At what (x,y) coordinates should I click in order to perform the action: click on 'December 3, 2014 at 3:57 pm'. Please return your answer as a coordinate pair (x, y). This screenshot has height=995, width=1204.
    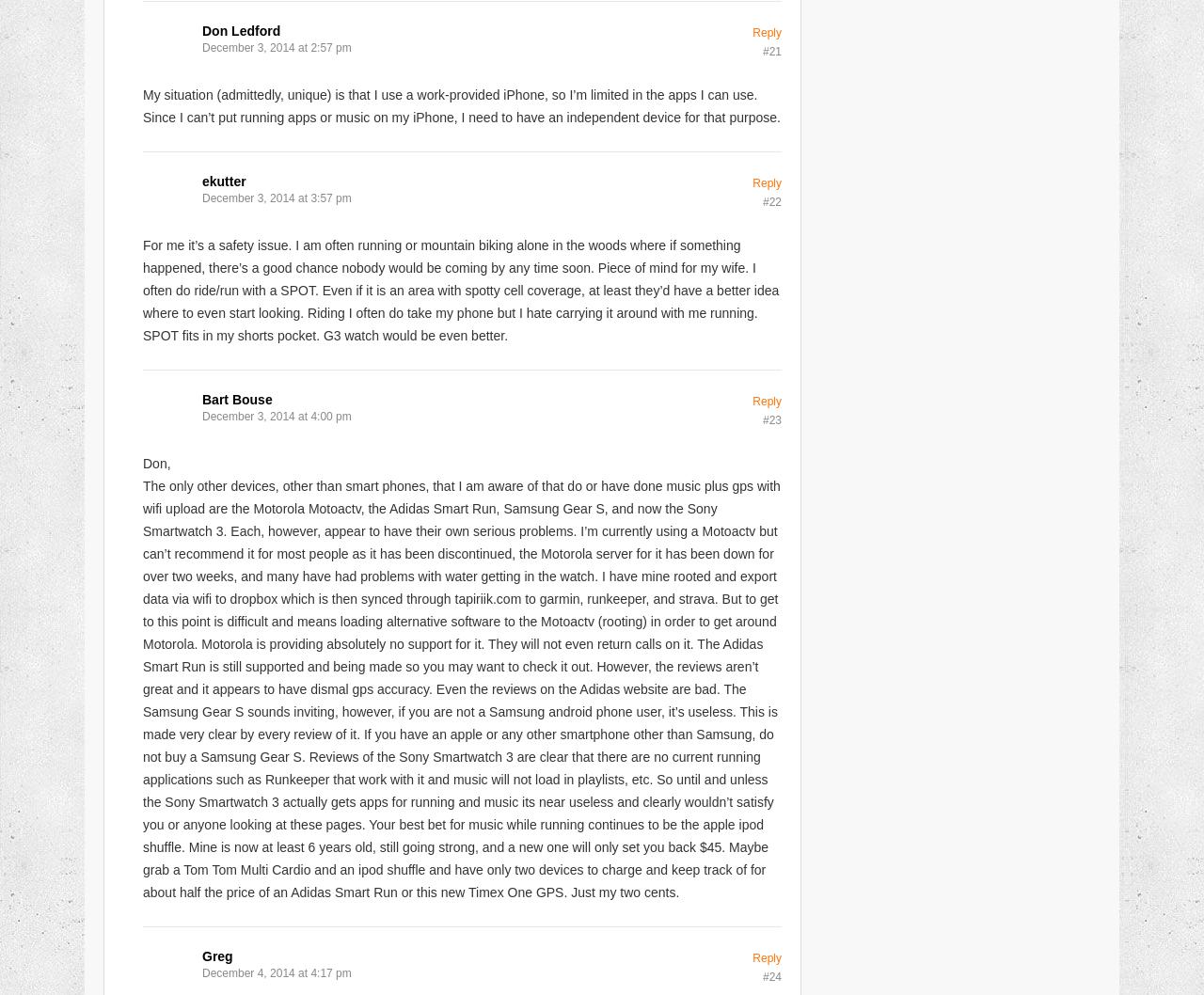
    Looking at the image, I should click on (276, 197).